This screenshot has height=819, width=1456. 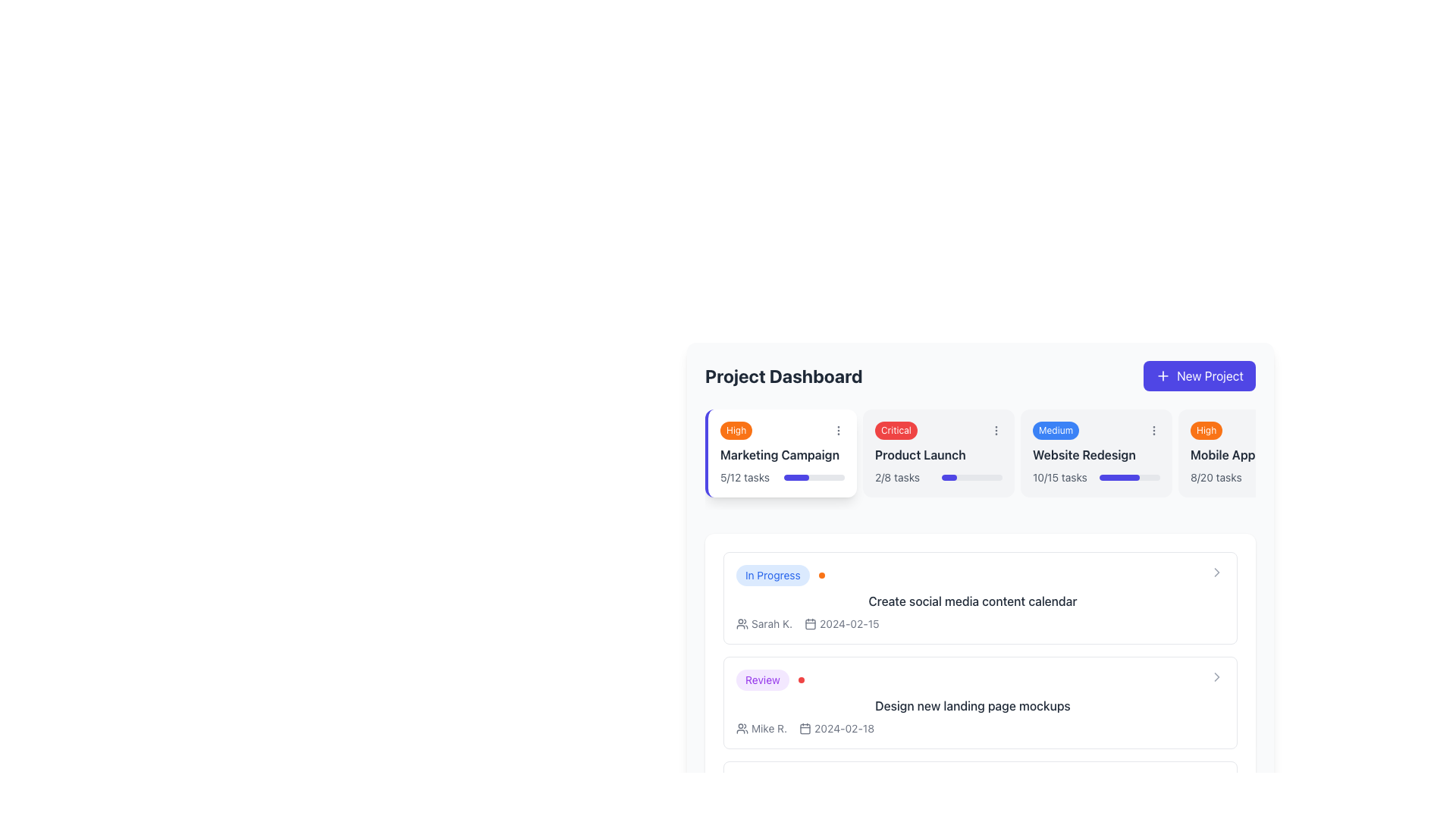 I want to click on the project entry card labeled 'Product Launch', which is the second card in the horizontal list under 'Project Dashboard', so click(x=980, y=458).